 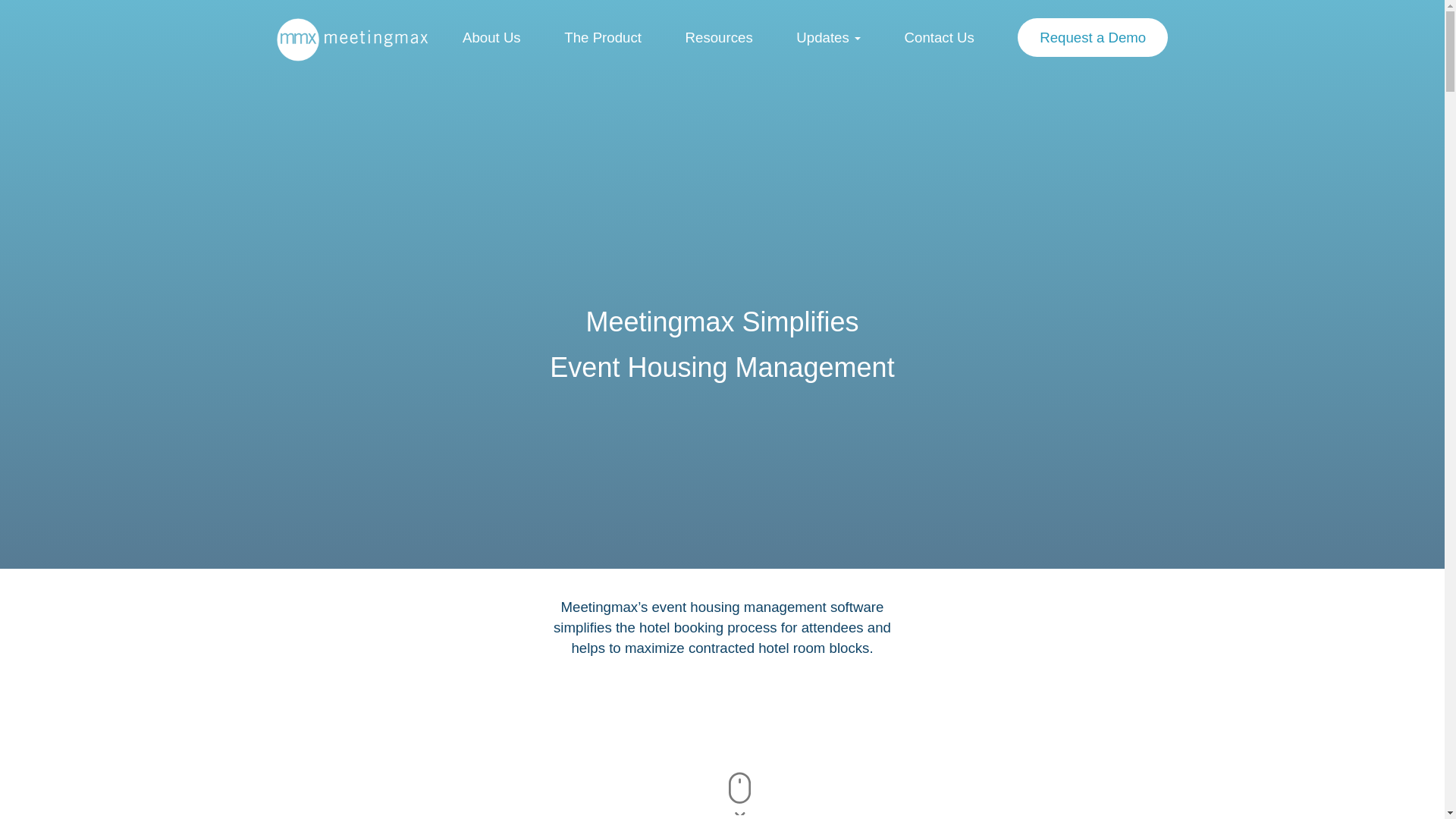 What do you see at coordinates (1018, 36) in the screenshot?
I see `'Request a Demo'` at bounding box center [1018, 36].